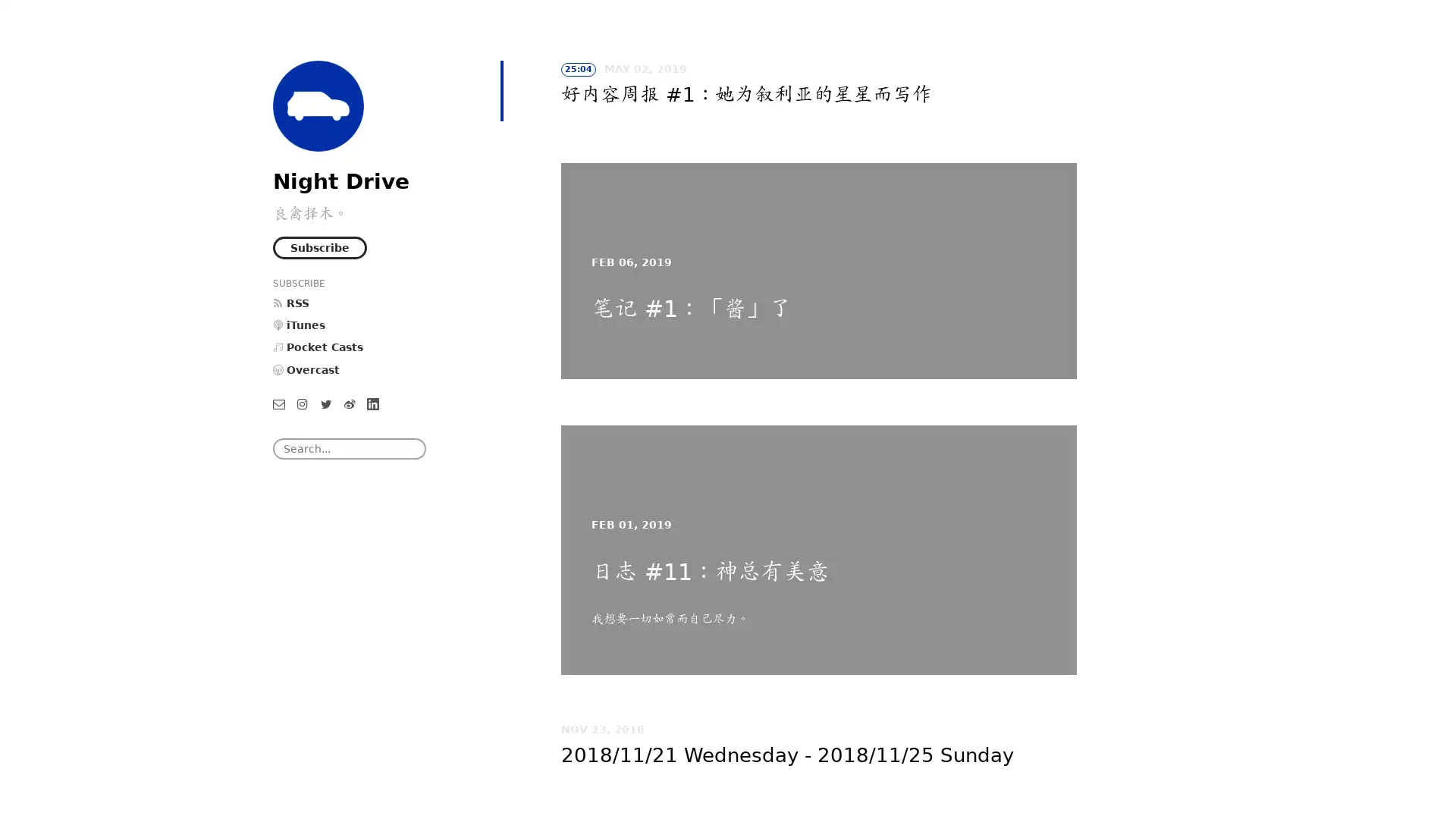  Describe the element at coordinates (319, 246) in the screenshot. I see `Subscribe` at that location.